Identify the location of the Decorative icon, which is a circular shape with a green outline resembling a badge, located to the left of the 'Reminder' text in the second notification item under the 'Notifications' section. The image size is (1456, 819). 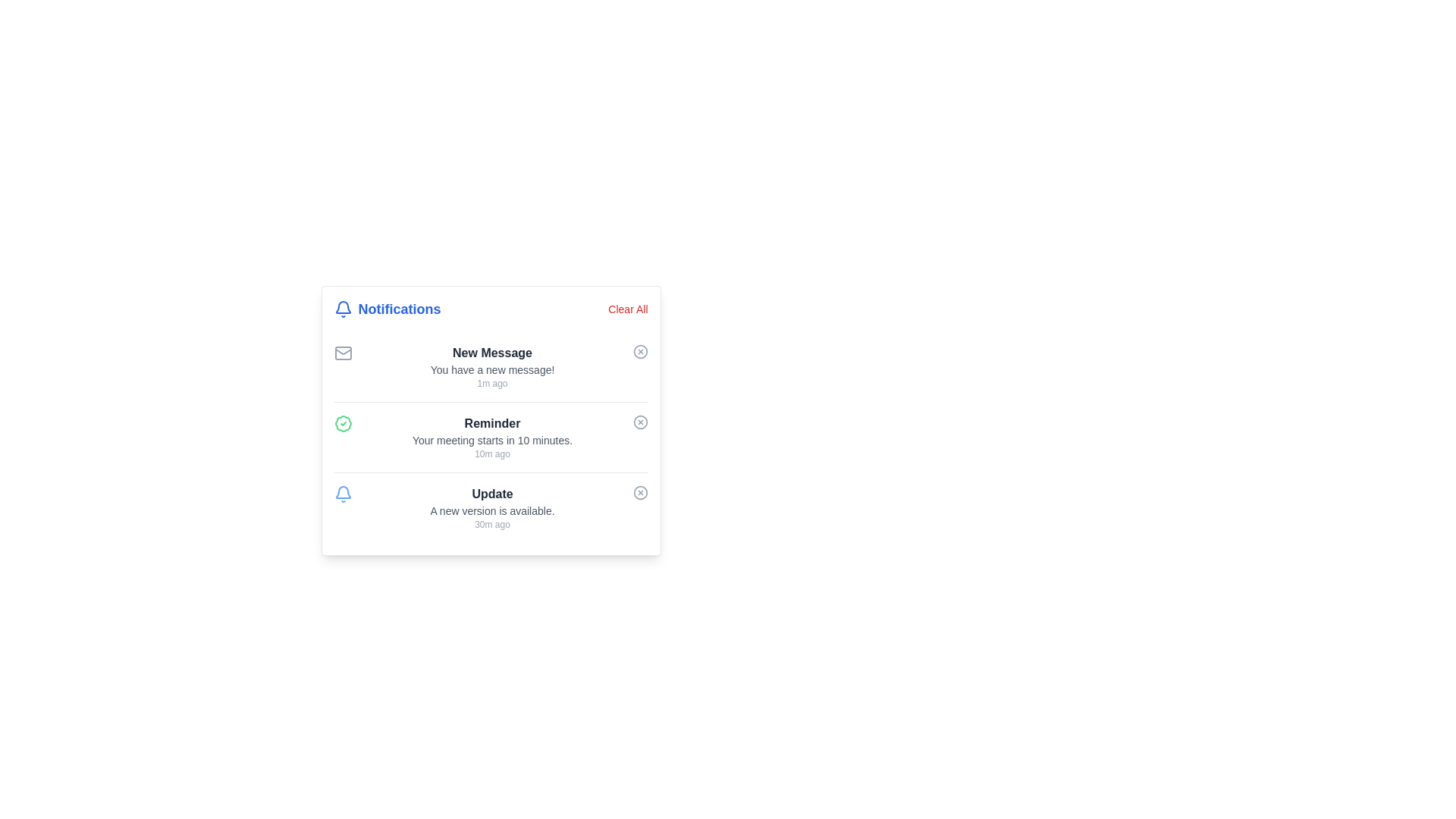
(342, 424).